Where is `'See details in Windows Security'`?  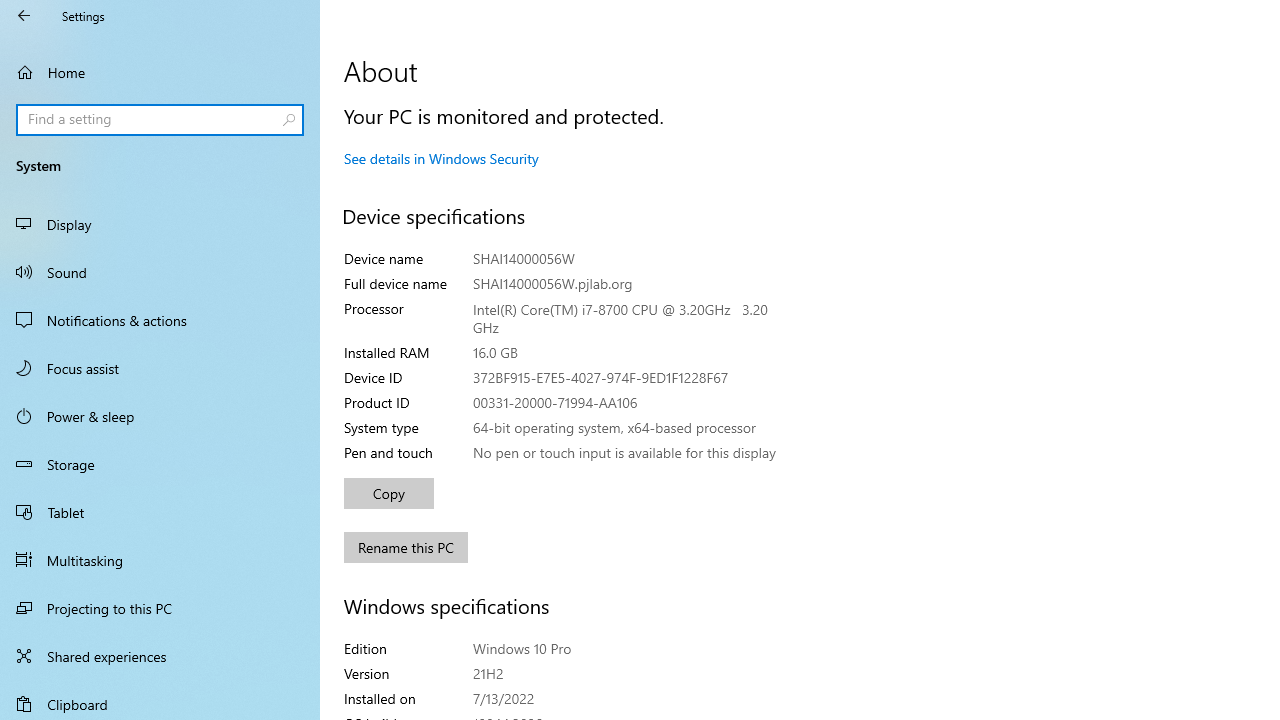
'See details in Windows Security' is located at coordinates (440, 157).